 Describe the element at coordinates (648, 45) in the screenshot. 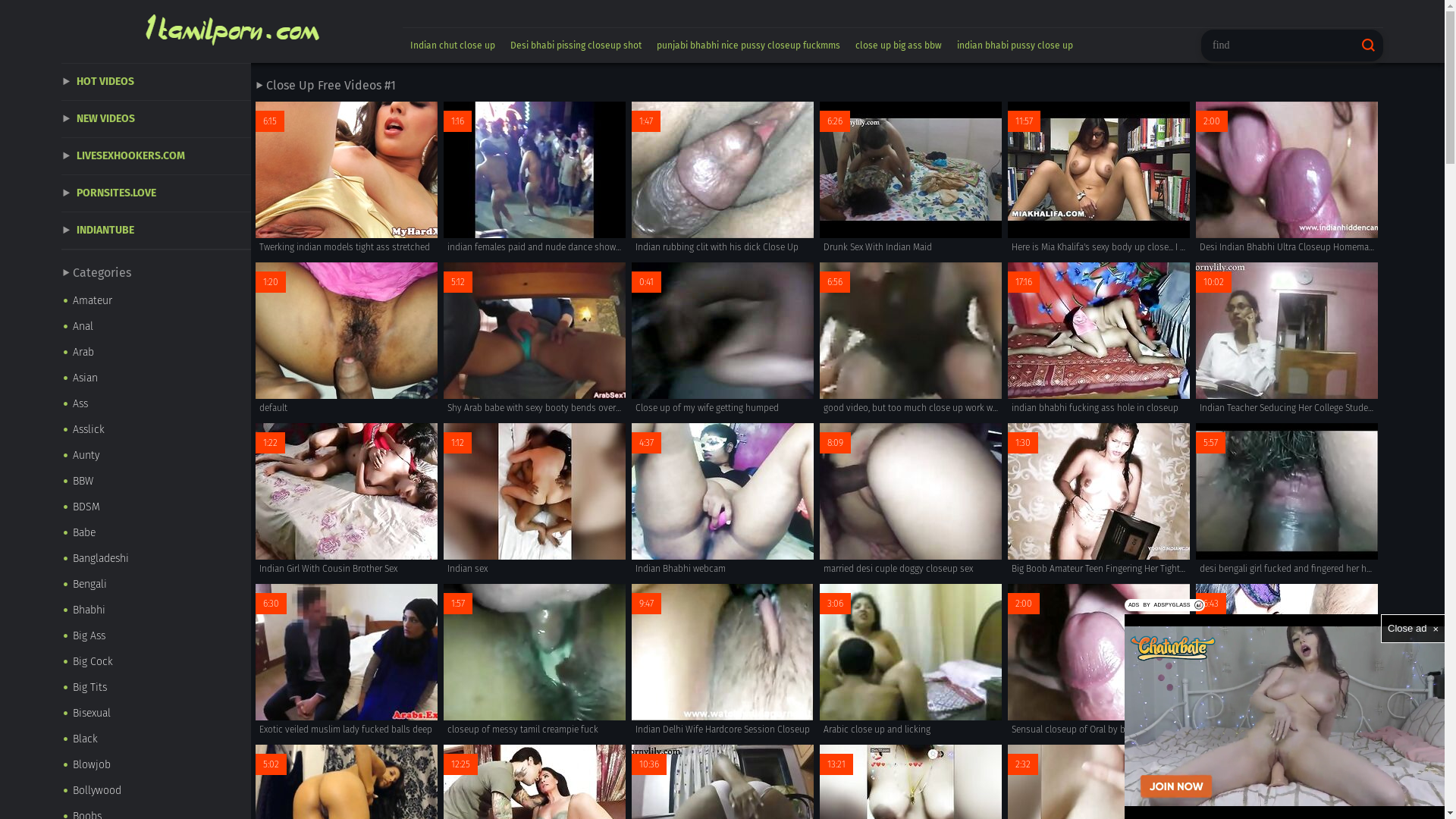

I see `'punjabi bhabhi nice pussy closeup fuckmms'` at that location.